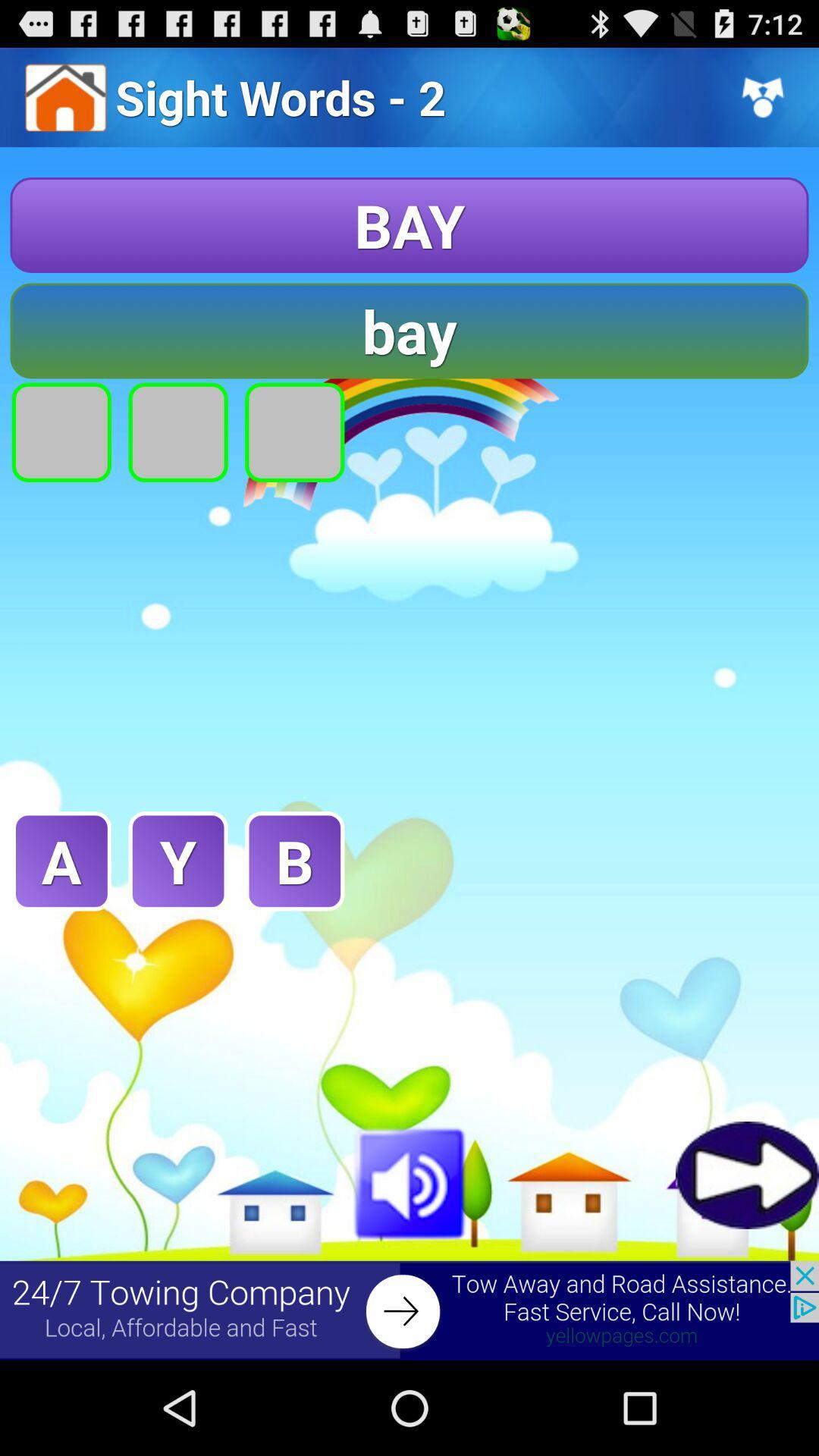  What do you see at coordinates (409, 1264) in the screenshot?
I see `the volume icon` at bounding box center [409, 1264].